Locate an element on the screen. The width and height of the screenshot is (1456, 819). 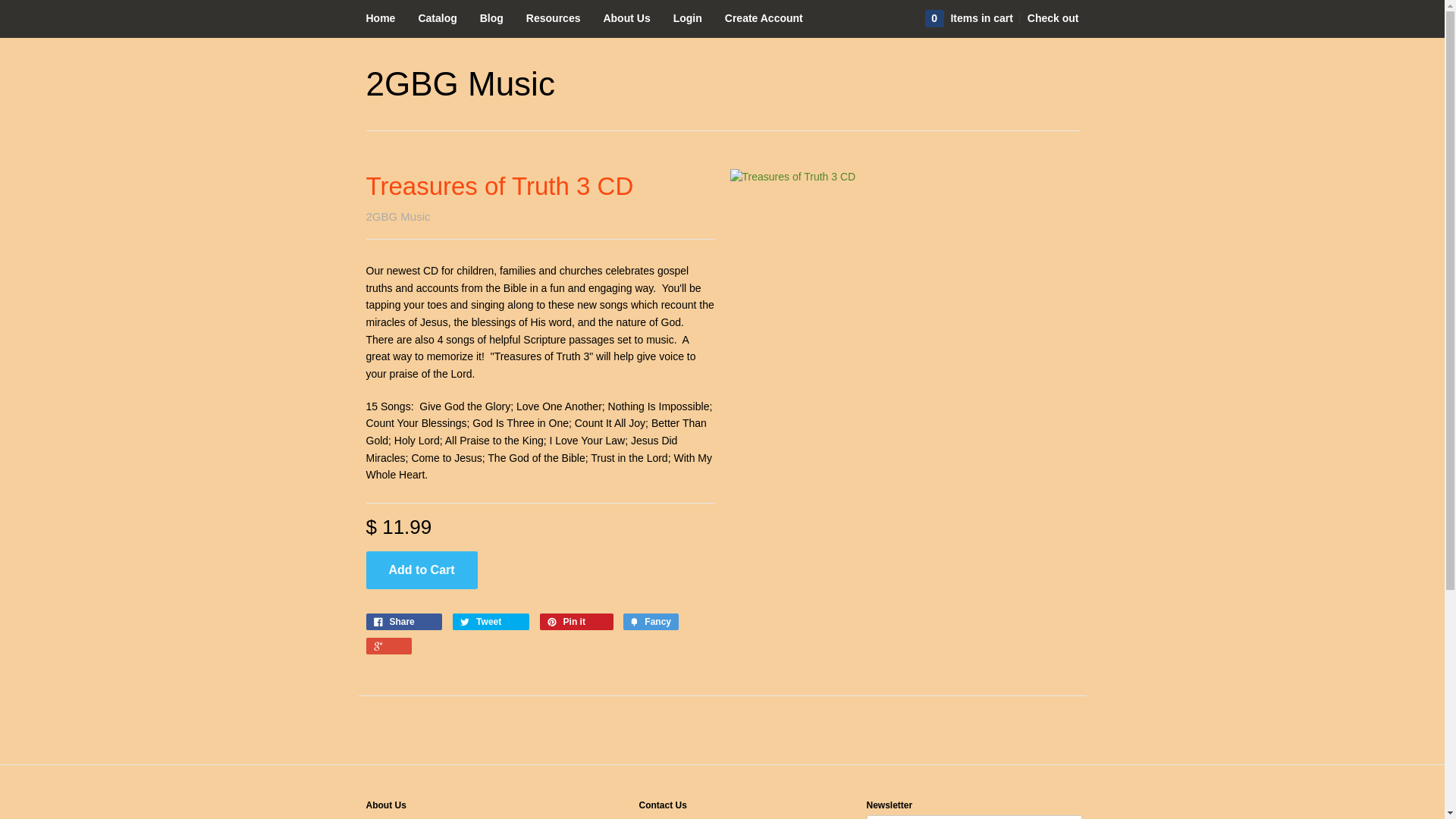
'Create Account' is located at coordinates (764, 17).